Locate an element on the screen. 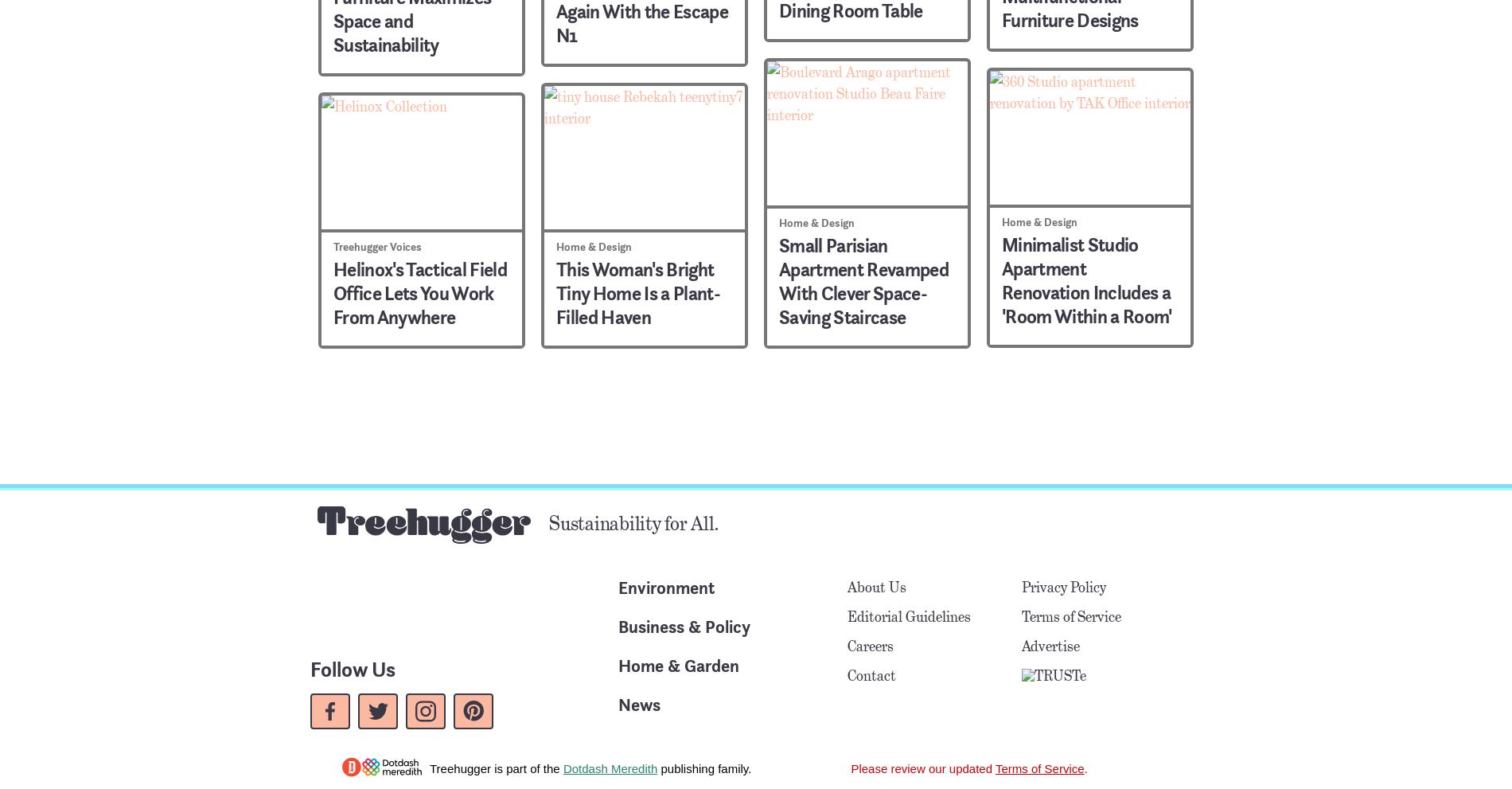 This screenshot has width=1512, height=789. 'Follow Us' is located at coordinates (352, 668).